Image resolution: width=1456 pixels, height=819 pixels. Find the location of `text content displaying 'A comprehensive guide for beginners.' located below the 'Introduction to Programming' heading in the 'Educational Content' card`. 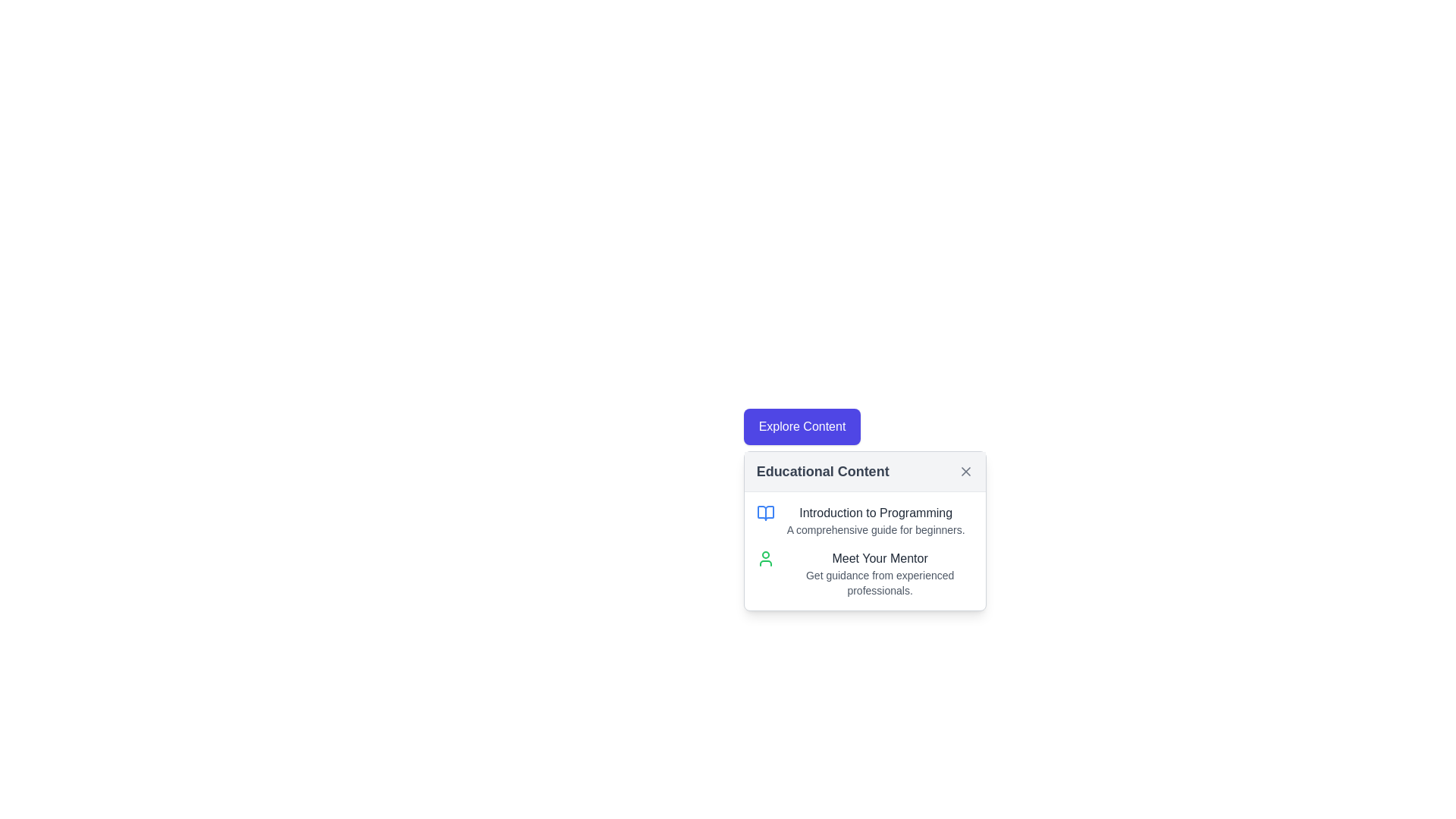

text content displaying 'A comprehensive guide for beginners.' located below the 'Introduction to Programming' heading in the 'Educational Content' card is located at coordinates (876, 529).